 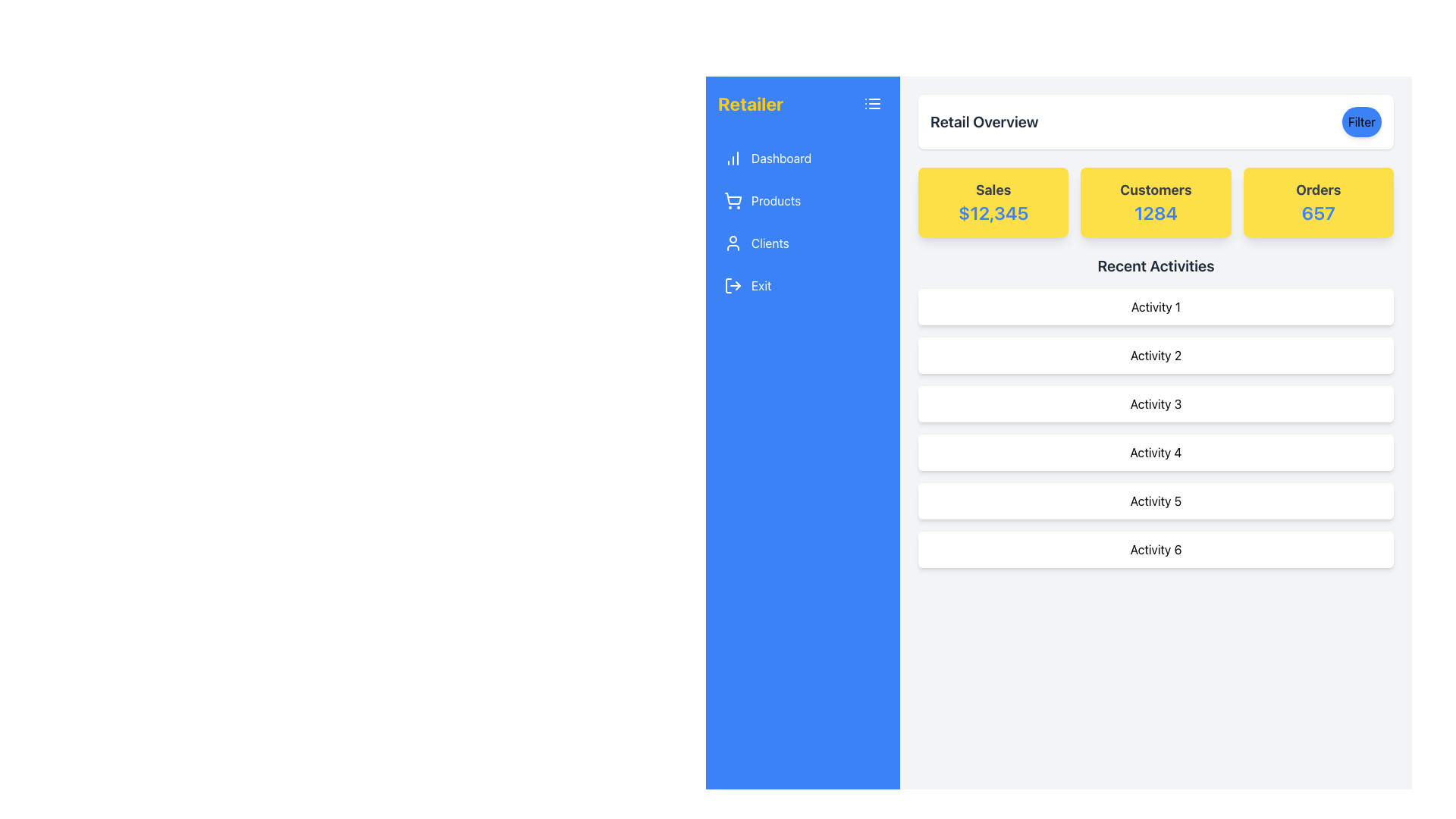 What do you see at coordinates (873, 103) in the screenshot?
I see `the menu toggle icon located near the top-right corner of the side navigation bar, to the right of the 'Retailer' label` at bounding box center [873, 103].